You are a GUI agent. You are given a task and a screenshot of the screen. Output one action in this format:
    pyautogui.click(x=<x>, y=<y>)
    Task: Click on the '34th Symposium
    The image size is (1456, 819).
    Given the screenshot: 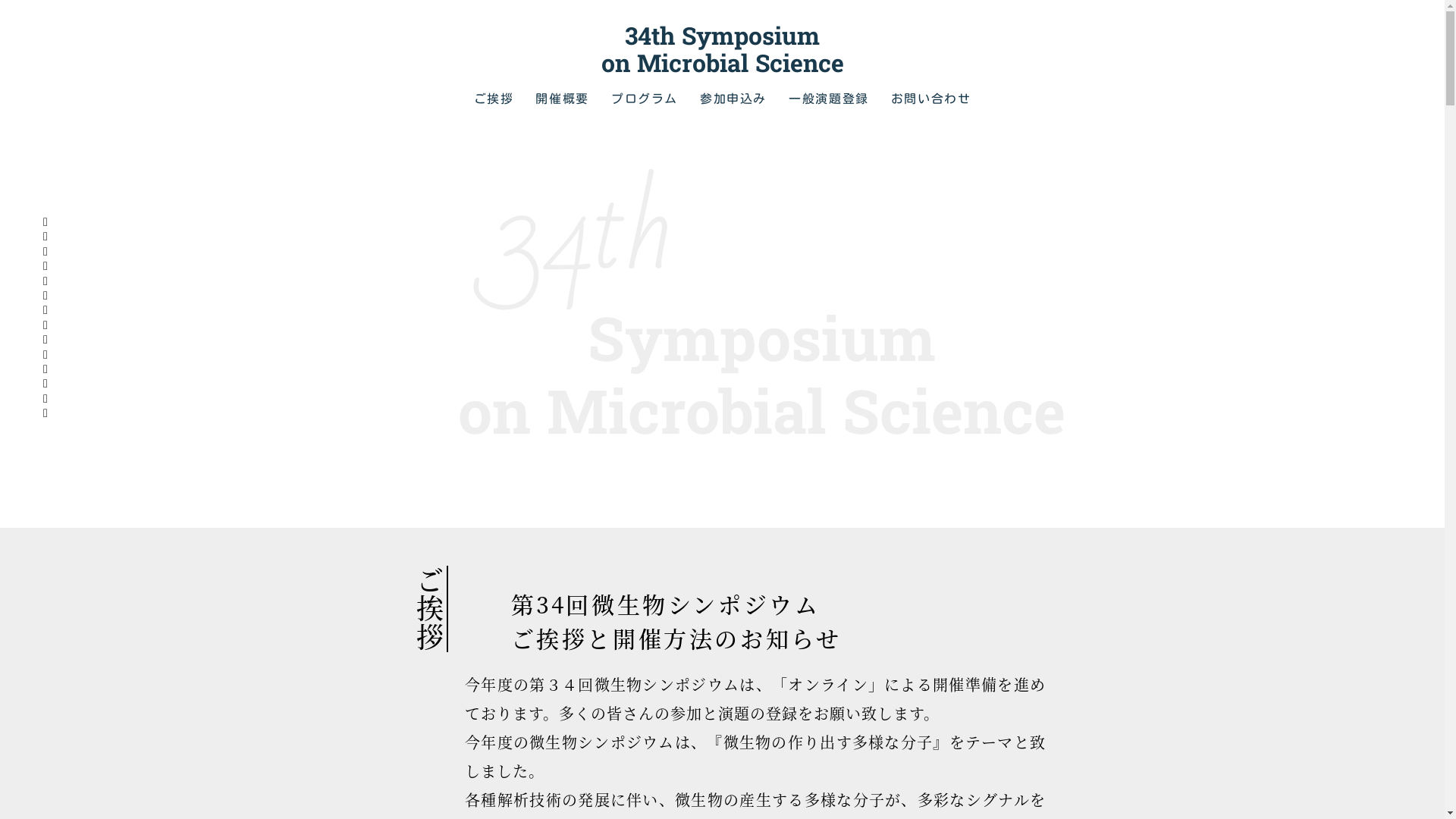 What is the action you would take?
    pyautogui.click(x=720, y=48)
    